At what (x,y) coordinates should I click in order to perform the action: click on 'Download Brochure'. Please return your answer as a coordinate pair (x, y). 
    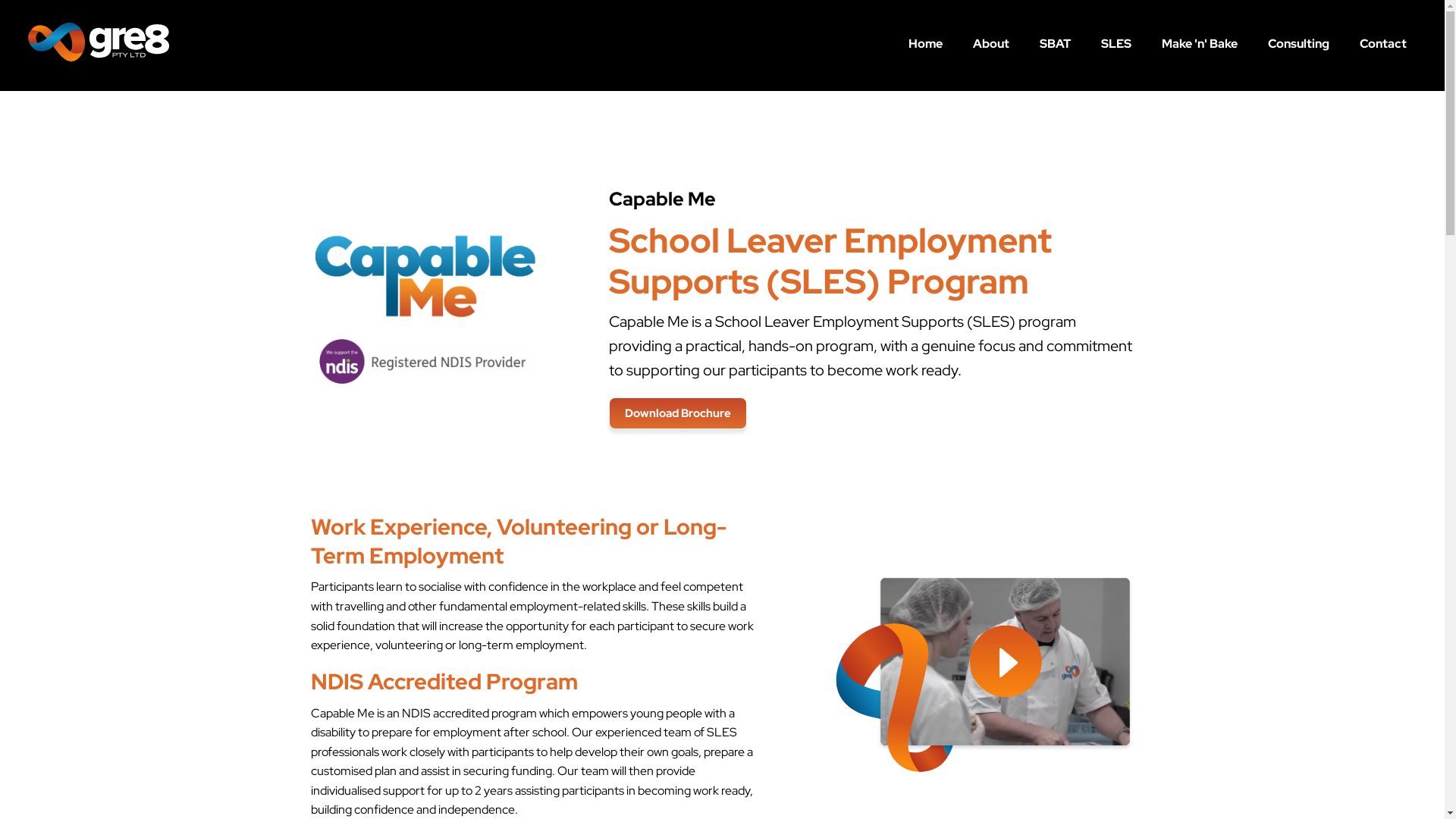
    Looking at the image, I should click on (676, 413).